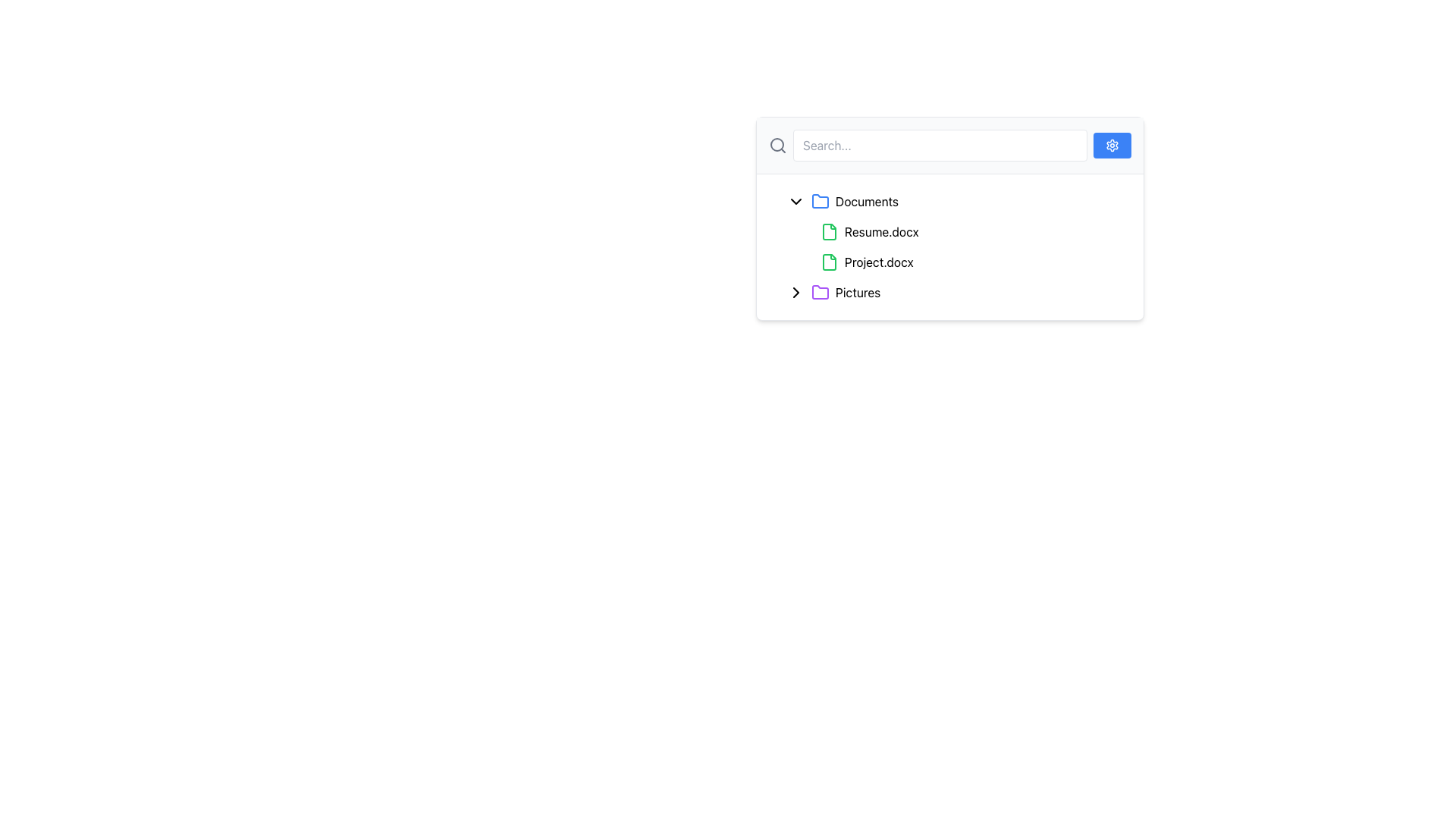 The width and height of the screenshot is (1456, 819). I want to click on the settings button located, so click(1112, 146).